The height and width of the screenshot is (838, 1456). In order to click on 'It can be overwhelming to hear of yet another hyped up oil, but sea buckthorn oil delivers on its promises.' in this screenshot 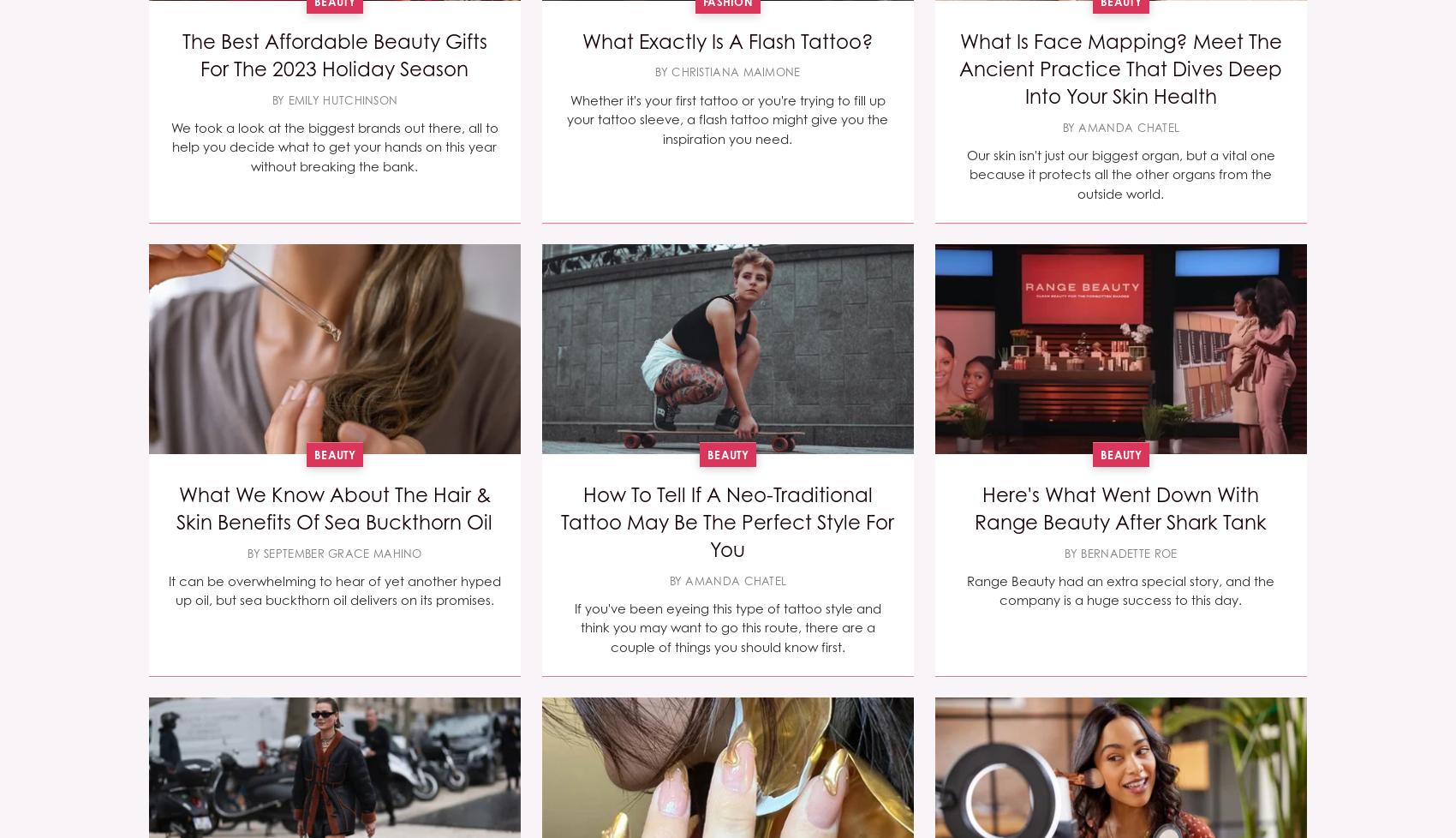, I will do `click(167, 590)`.